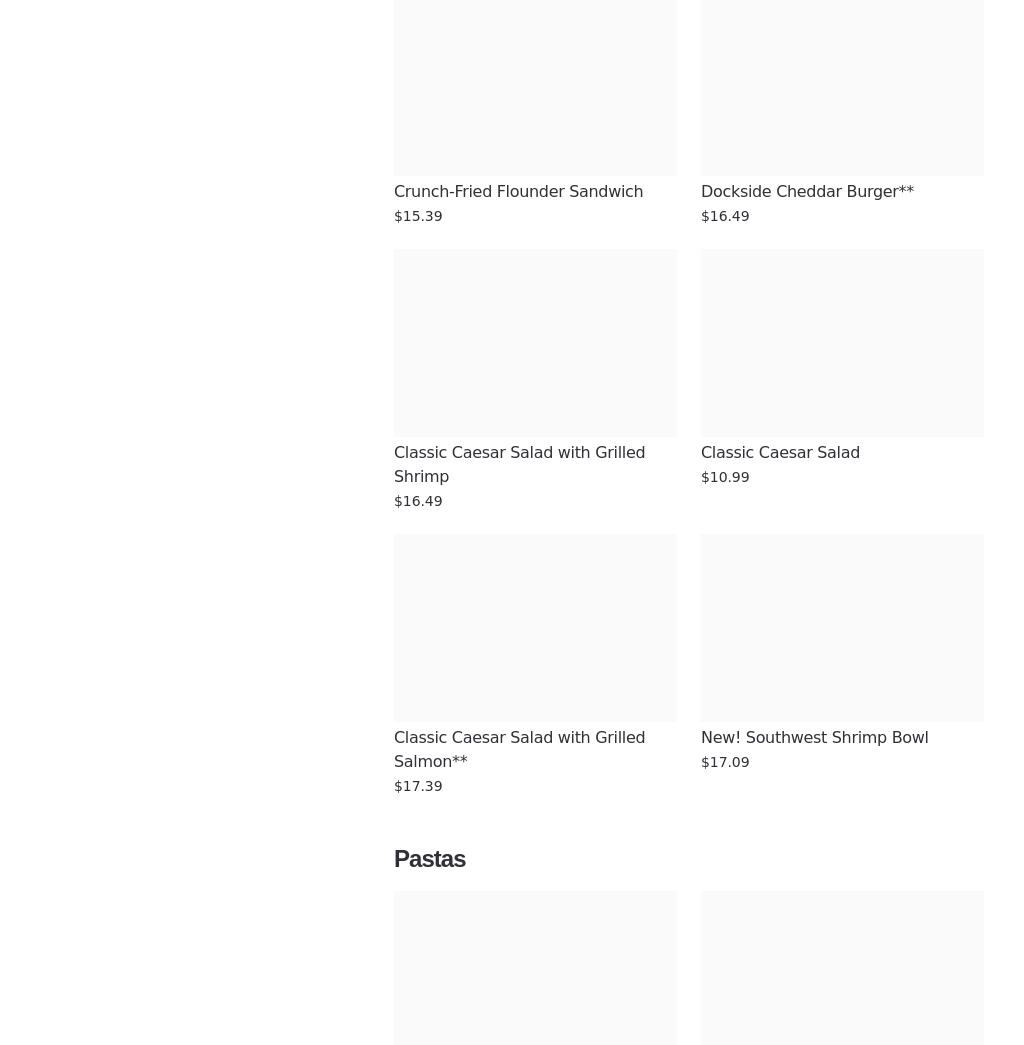  I want to click on '$17.39', so click(416, 786).